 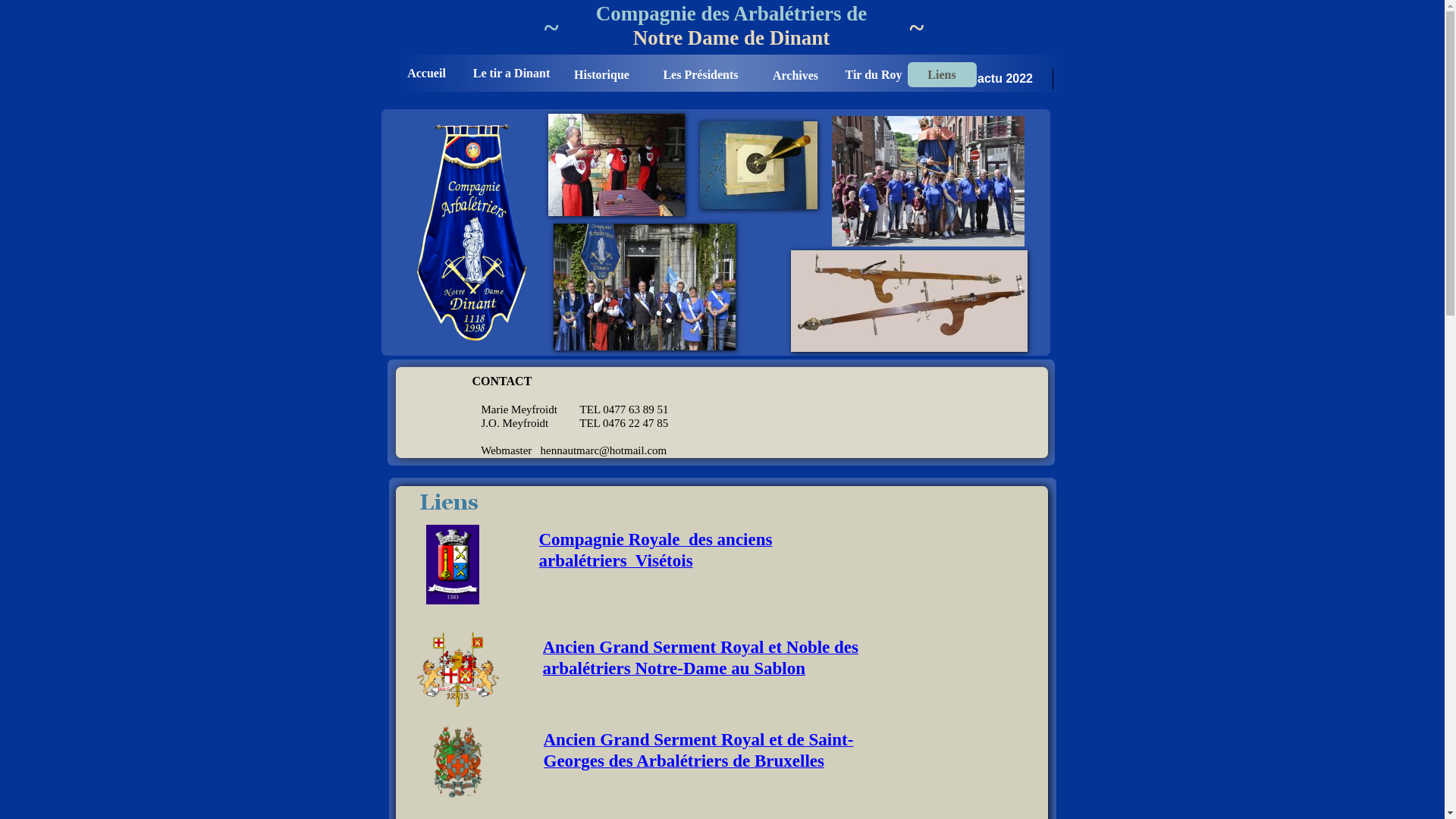 I want to click on 'Le tir a Dinant', so click(x=511, y=73).